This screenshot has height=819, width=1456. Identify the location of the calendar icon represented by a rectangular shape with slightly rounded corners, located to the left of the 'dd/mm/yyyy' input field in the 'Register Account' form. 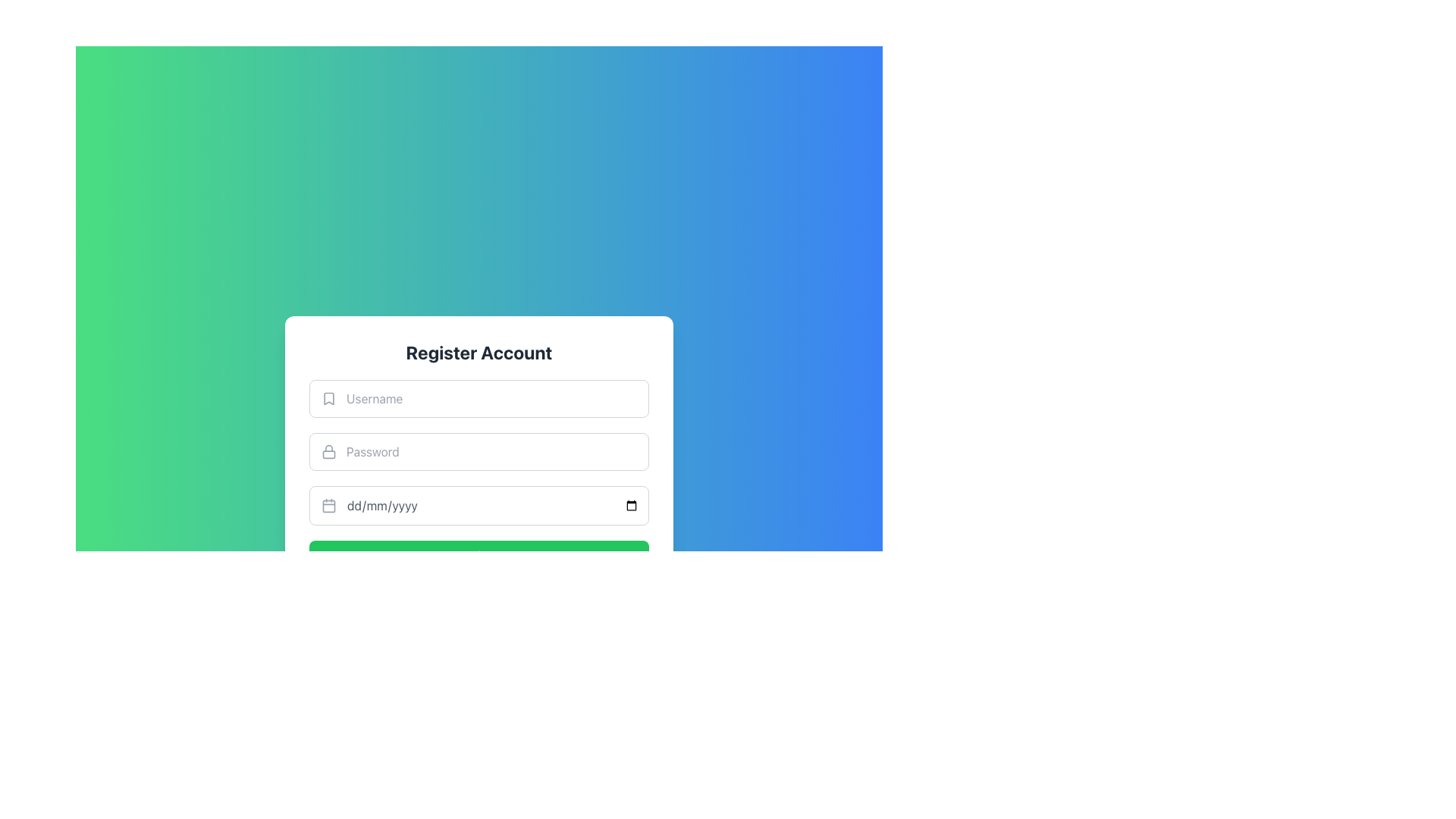
(328, 506).